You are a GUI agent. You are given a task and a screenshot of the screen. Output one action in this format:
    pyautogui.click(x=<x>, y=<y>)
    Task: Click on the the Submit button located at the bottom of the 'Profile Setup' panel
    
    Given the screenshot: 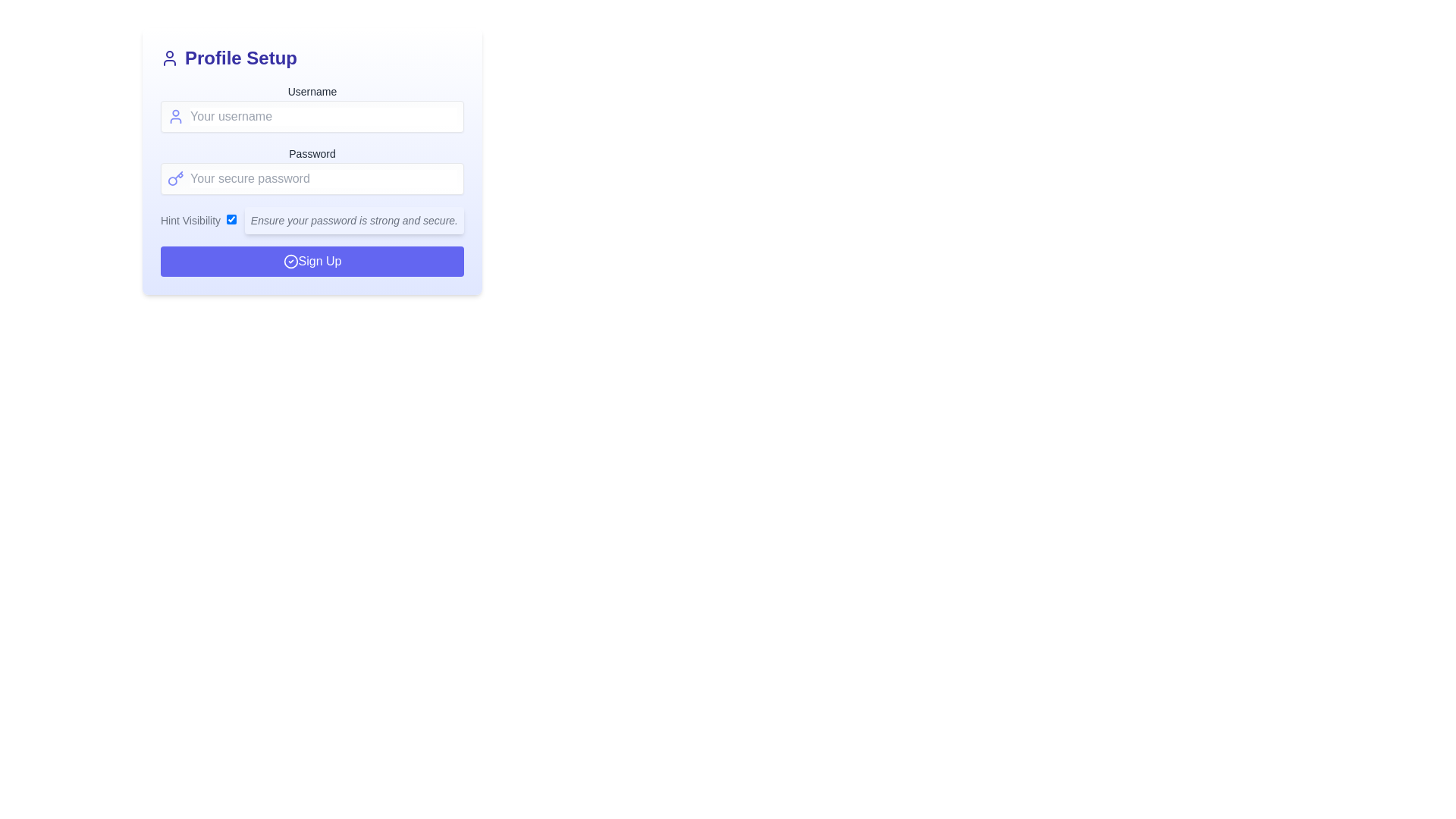 What is the action you would take?
    pyautogui.click(x=312, y=260)
    